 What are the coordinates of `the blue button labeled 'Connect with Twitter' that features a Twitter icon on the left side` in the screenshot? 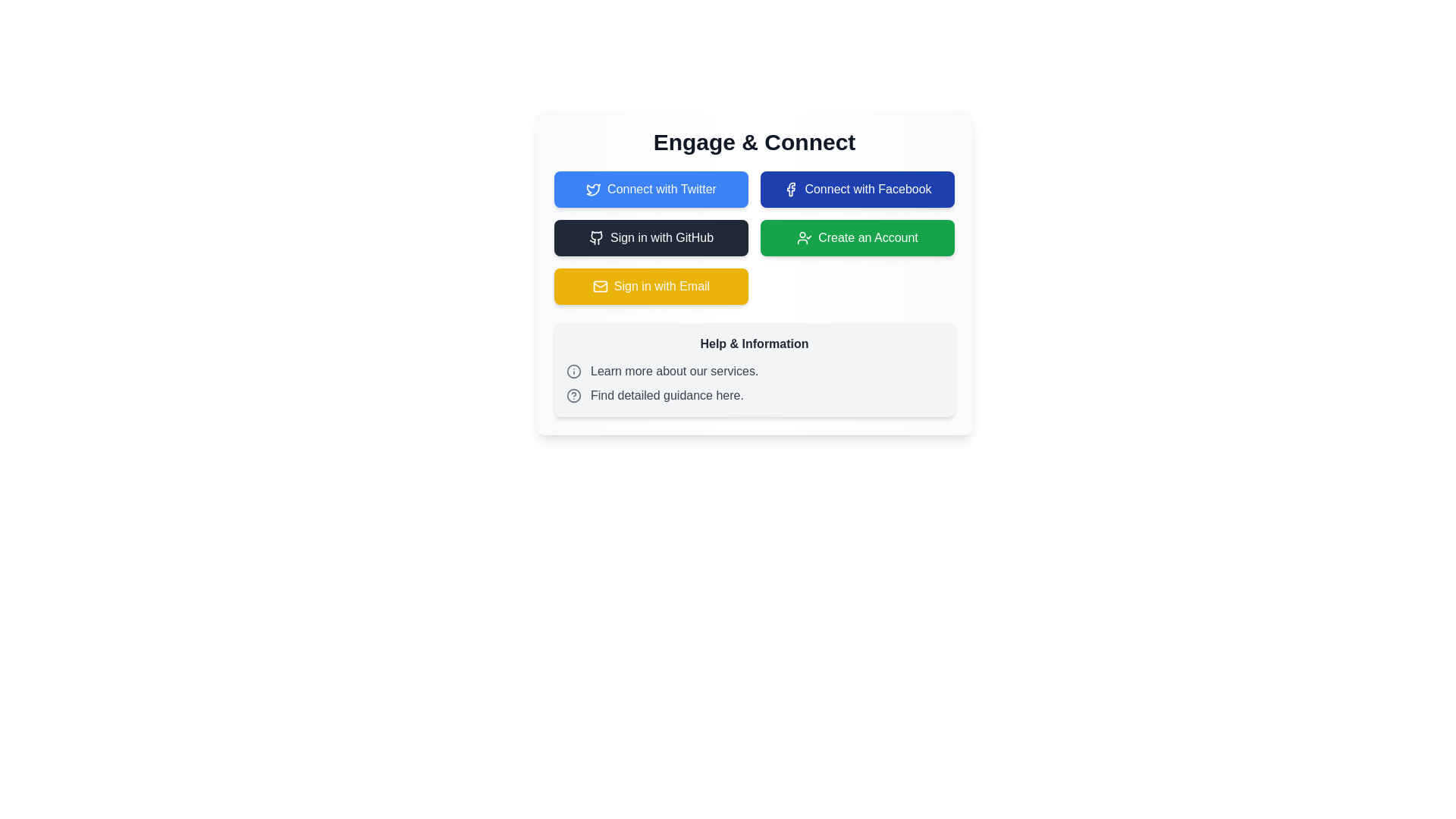 It's located at (651, 189).